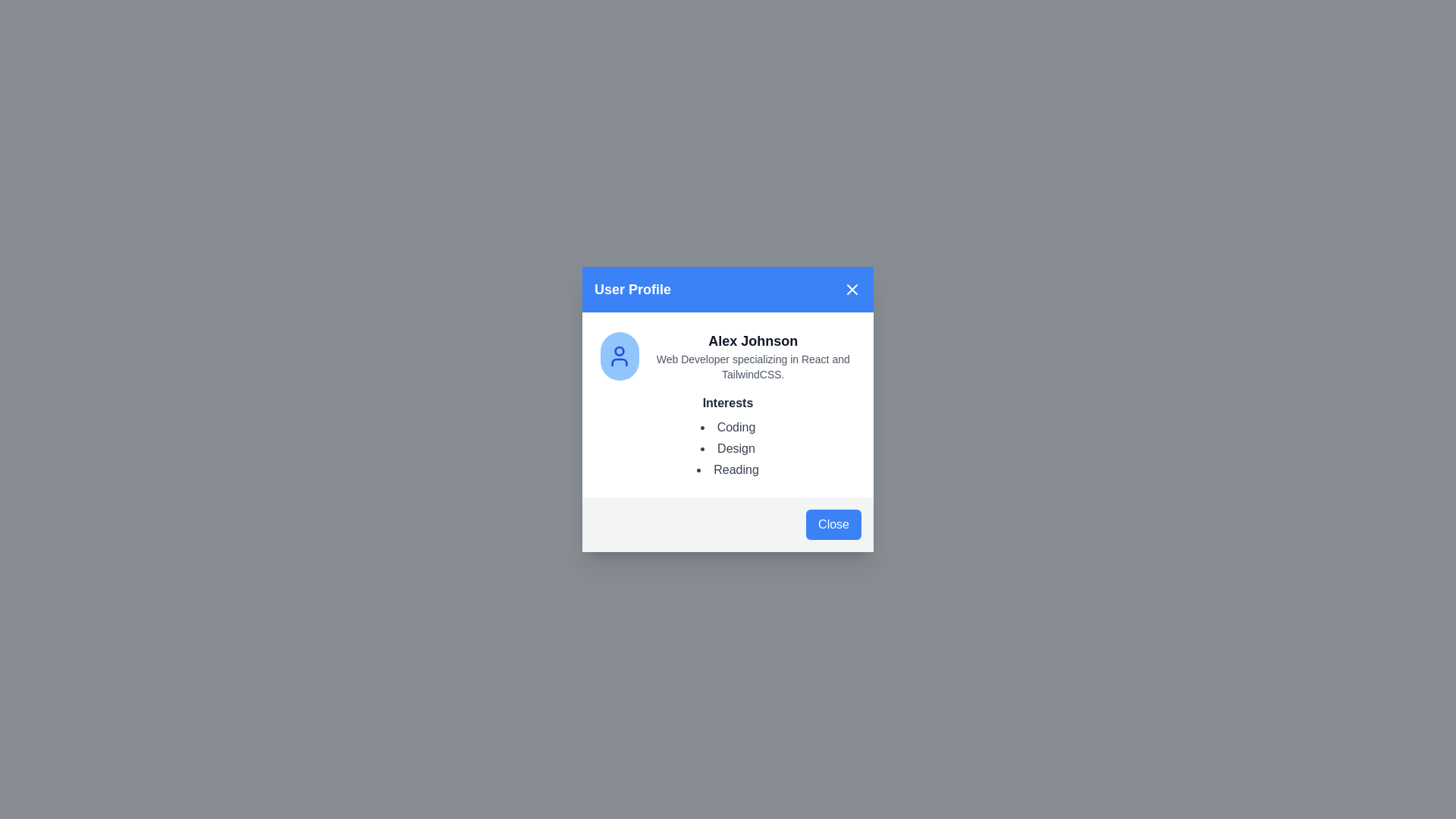 The height and width of the screenshot is (819, 1456). I want to click on descriptive subtitle located directly below the name 'Alex Johnson' in the user profile card, which provides details about the user's skills or occupation, so click(753, 366).